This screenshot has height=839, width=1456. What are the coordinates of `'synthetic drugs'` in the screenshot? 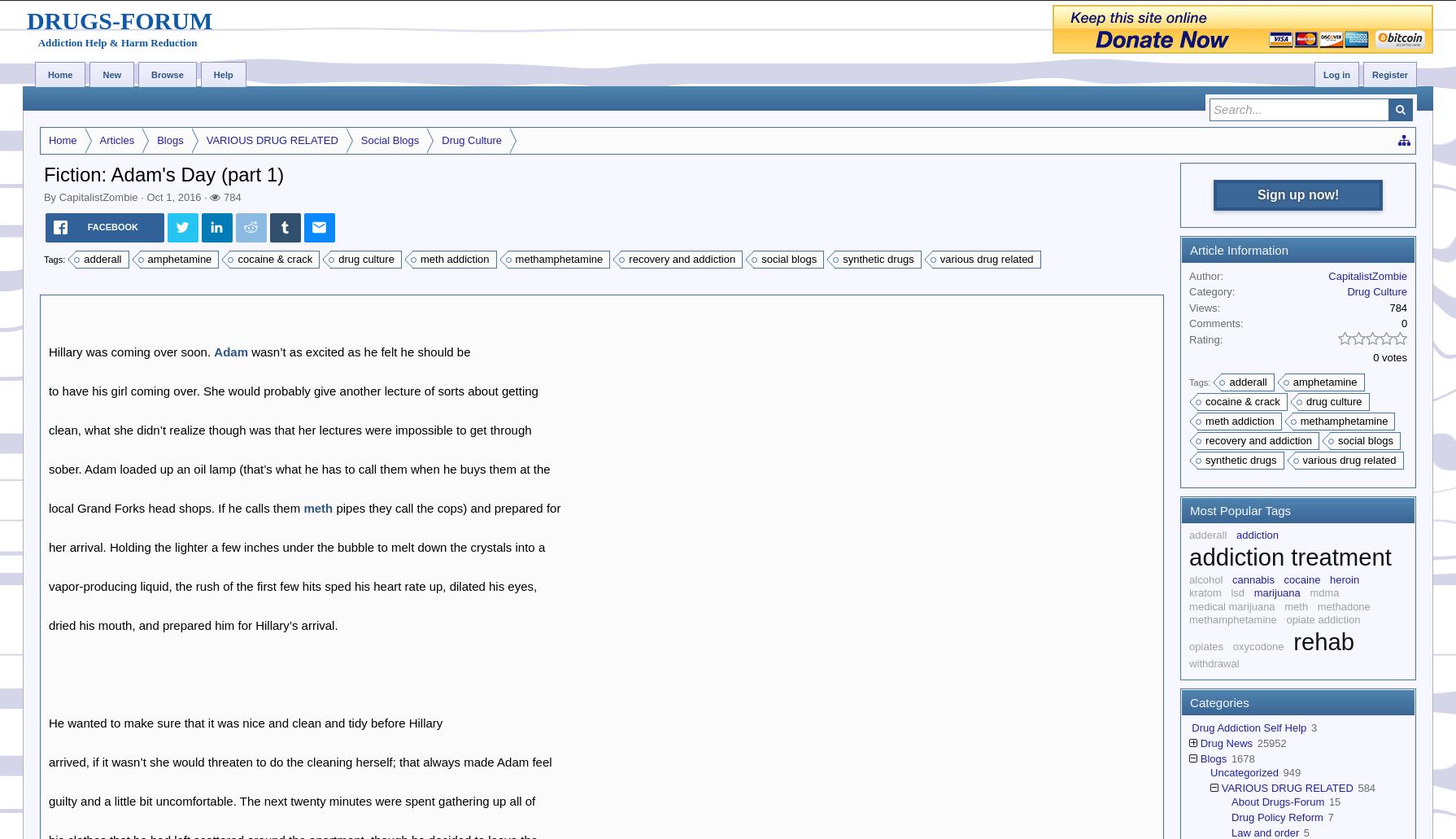 It's located at (878, 257).